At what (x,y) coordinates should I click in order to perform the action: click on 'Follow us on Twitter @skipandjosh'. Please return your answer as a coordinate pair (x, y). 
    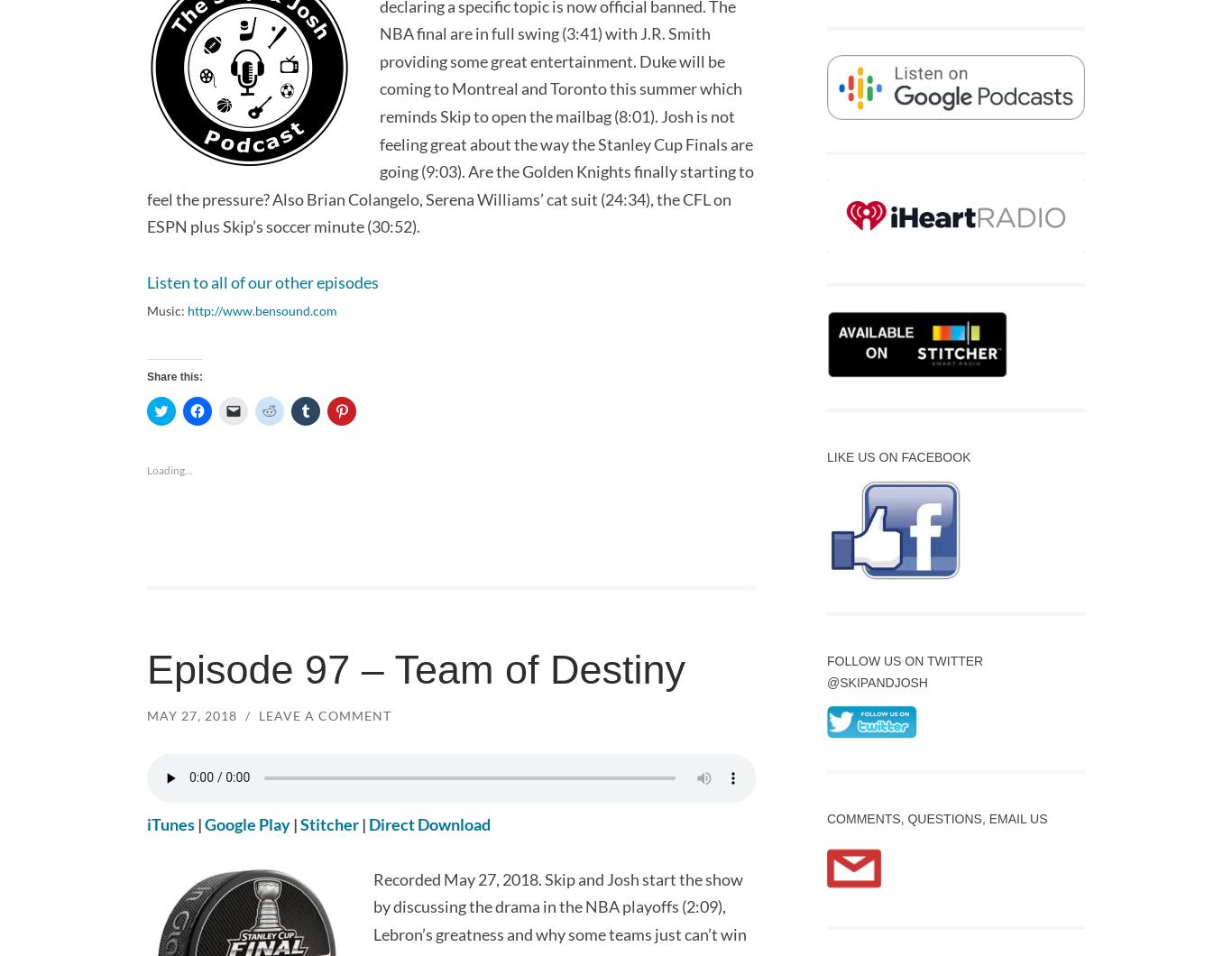
    Looking at the image, I should click on (905, 670).